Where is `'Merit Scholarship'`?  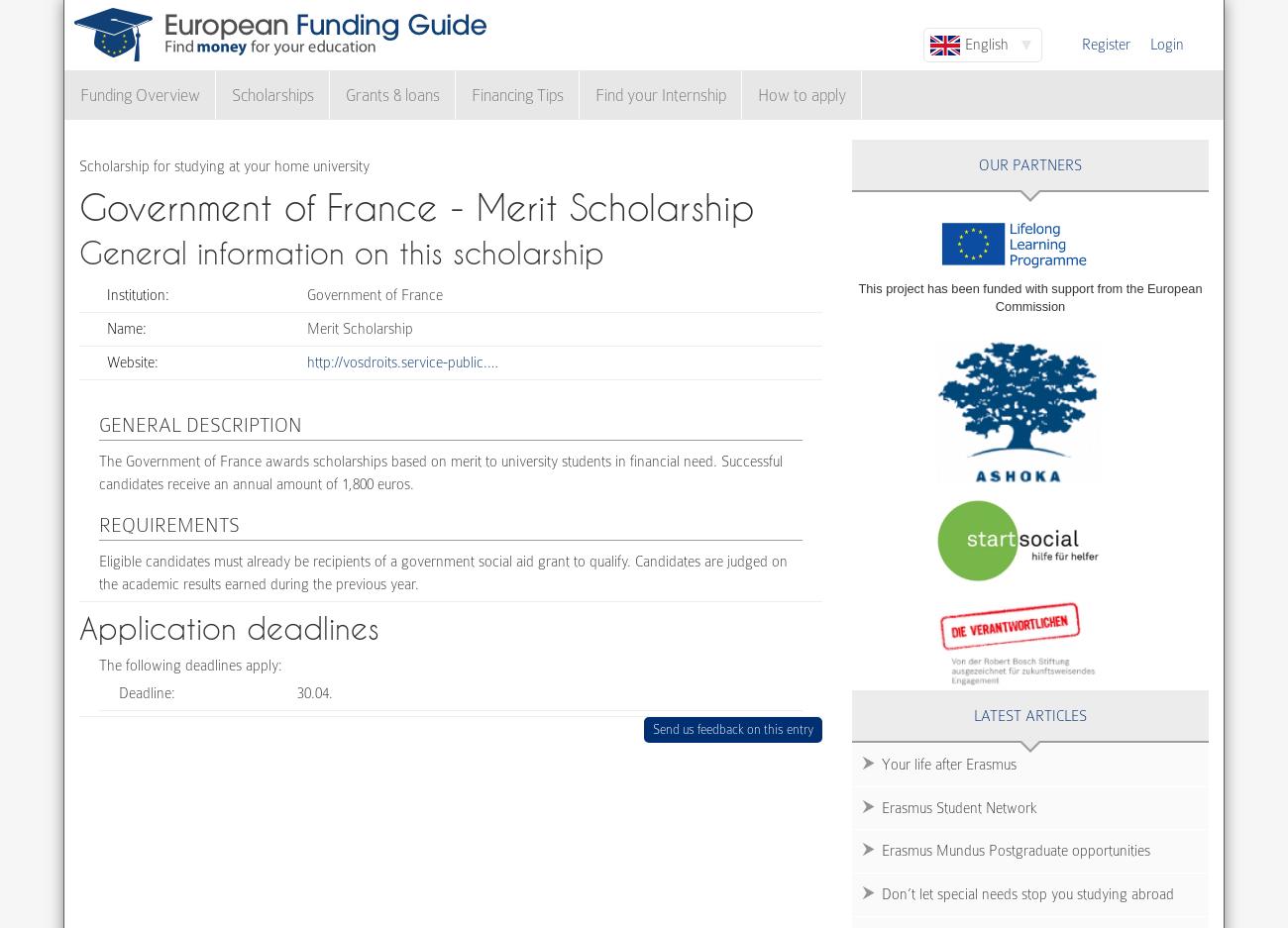 'Merit Scholarship' is located at coordinates (359, 328).